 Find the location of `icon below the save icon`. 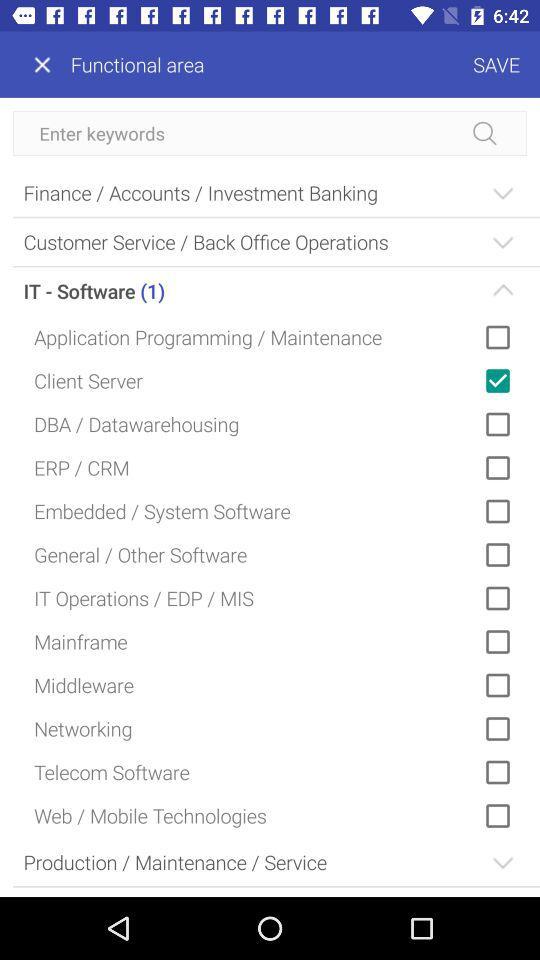

icon below the save icon is located at coordinates (270, 132).